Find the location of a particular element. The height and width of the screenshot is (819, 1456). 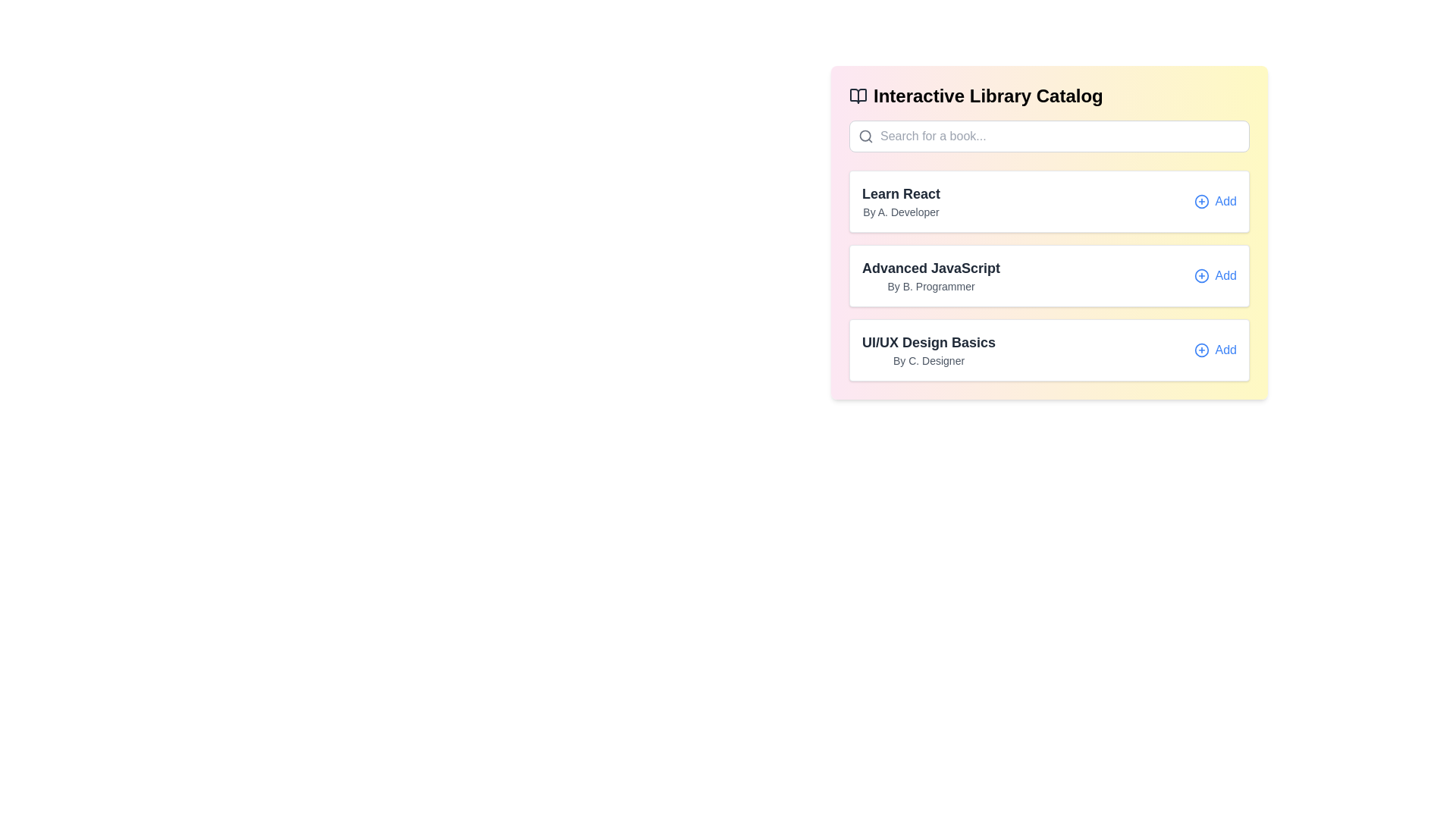

title of the book or course from the Text Label located in the lower third of the catalog interface, above the text 'By C. Designer' is located at coordinates (927, 342).